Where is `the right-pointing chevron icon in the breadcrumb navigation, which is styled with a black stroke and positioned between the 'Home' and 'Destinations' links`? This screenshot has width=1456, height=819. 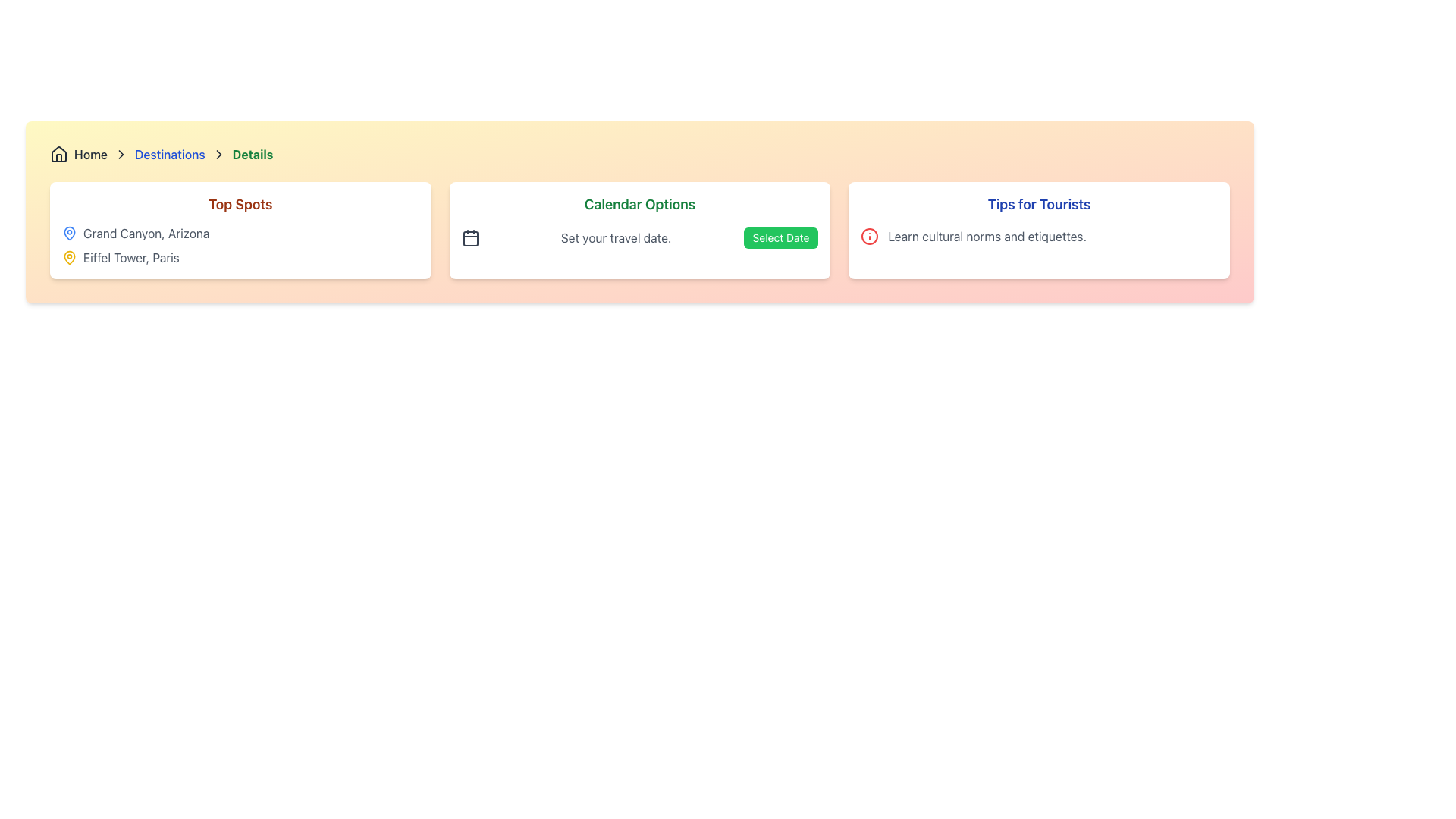 the right-pointing chevron icon in the breadcrumb navigation, which is styled with a black stroke and positioned between the 'Home' and 'Destinations' links is located at coordinates (120, 155).